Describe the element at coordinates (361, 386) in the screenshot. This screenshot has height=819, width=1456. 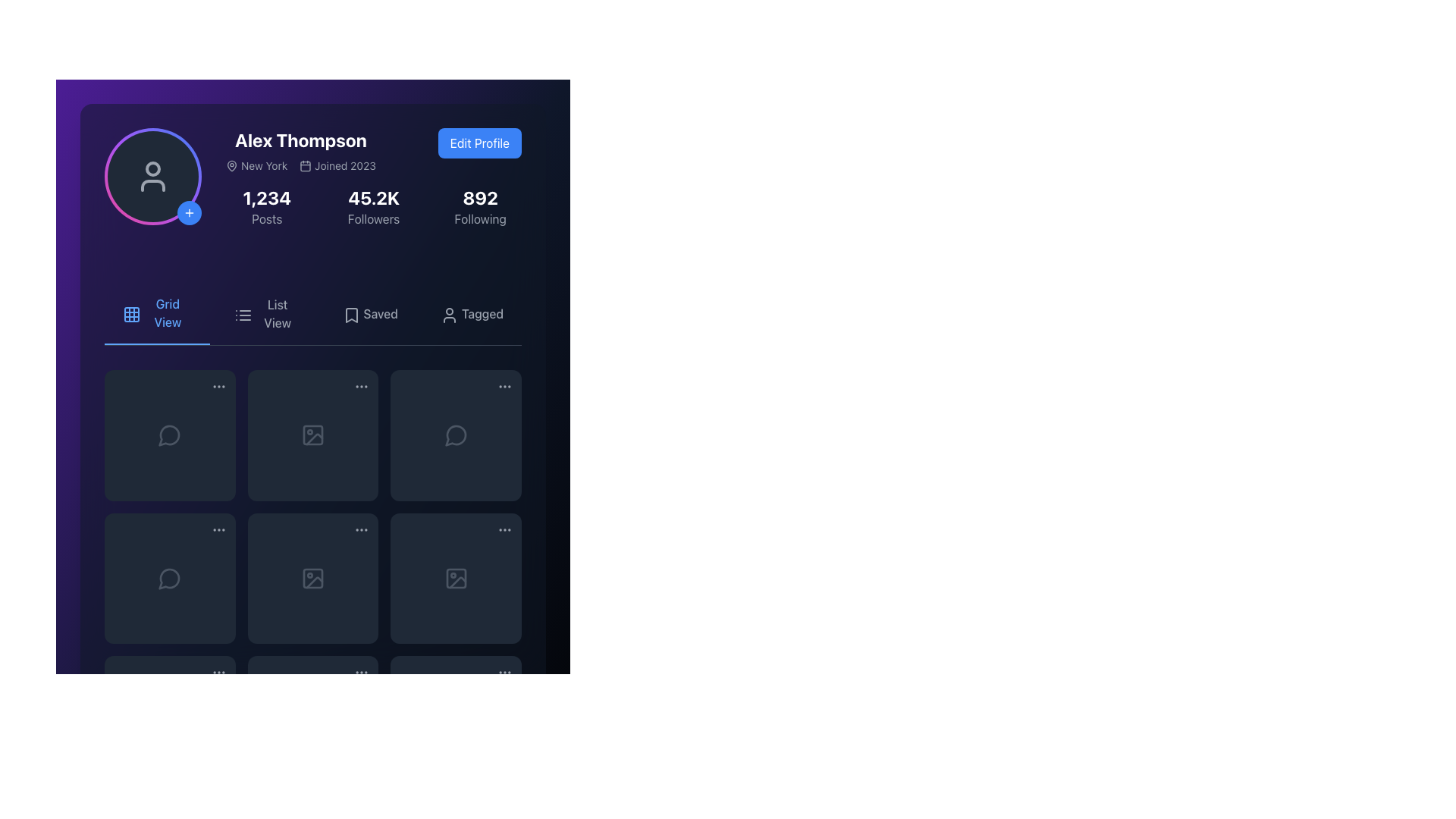
I see `the Ellipsis icon (horizontal) located in the top right corner of the grid item in the top row, second column` at that location.